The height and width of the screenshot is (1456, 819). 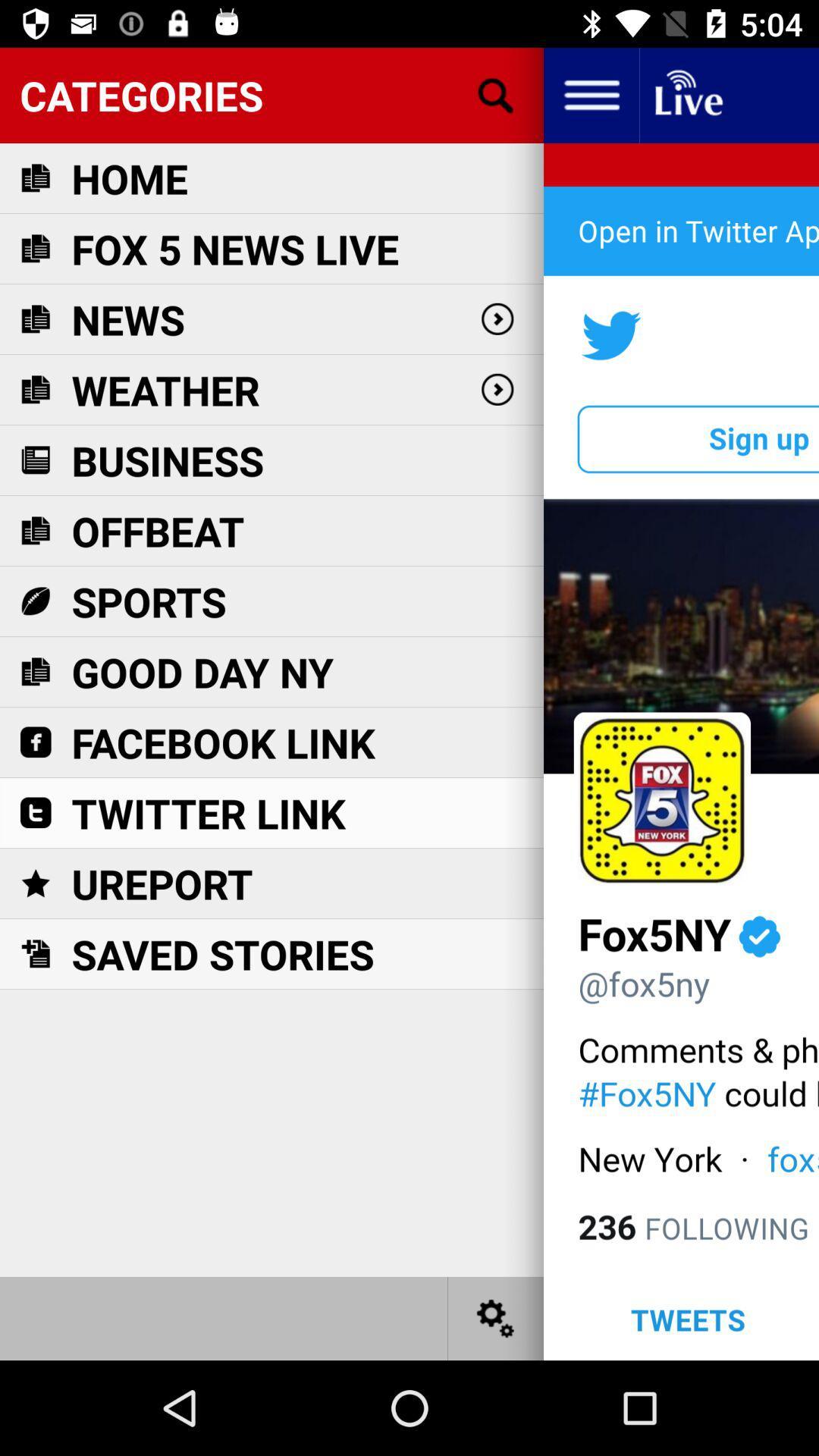 What do you see at coordinates (223, 742) in the screenshot?
I see `facebook link` at bounding box center [223, 742].